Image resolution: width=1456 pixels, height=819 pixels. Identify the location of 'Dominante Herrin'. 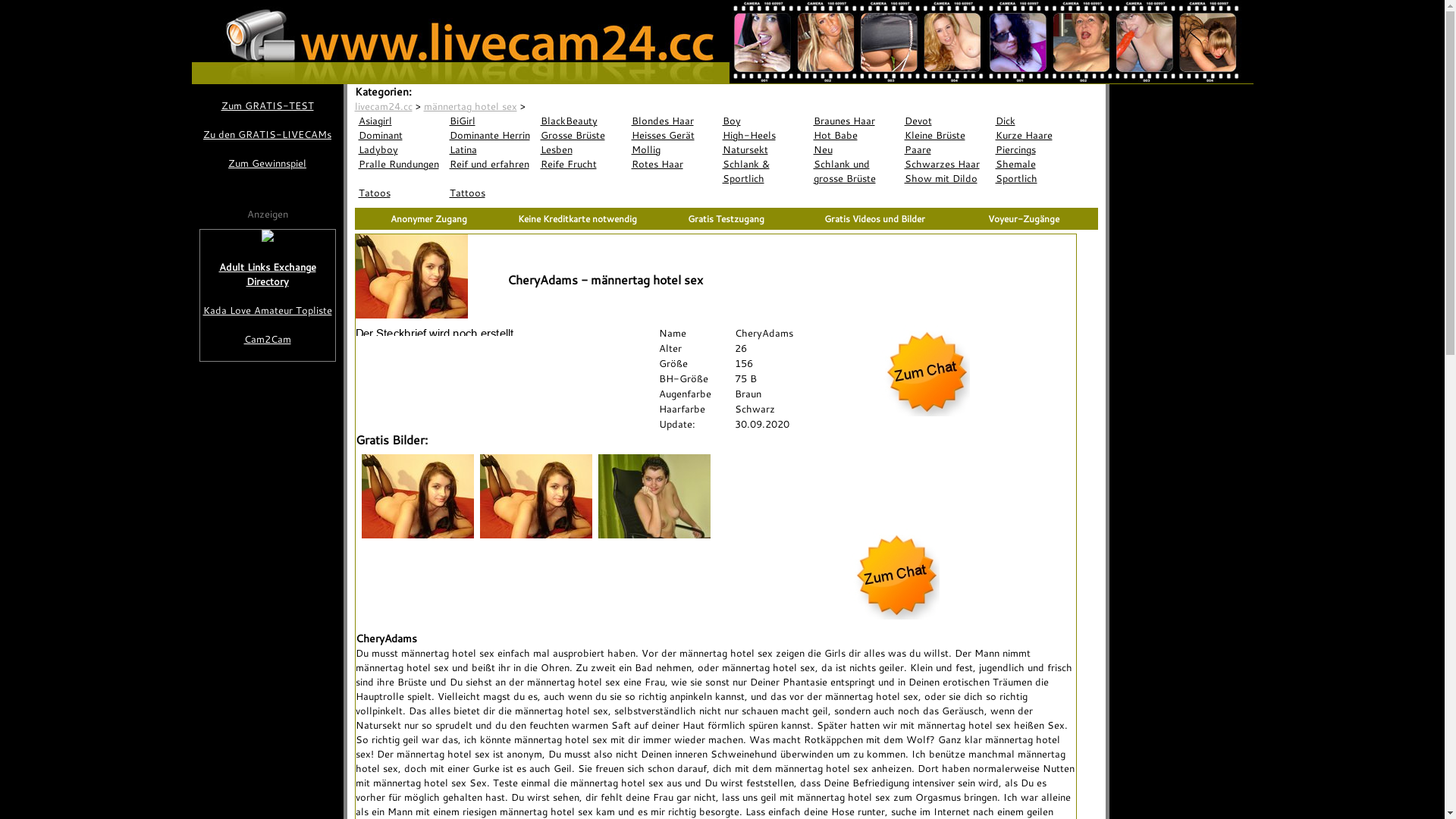
(445, 134).